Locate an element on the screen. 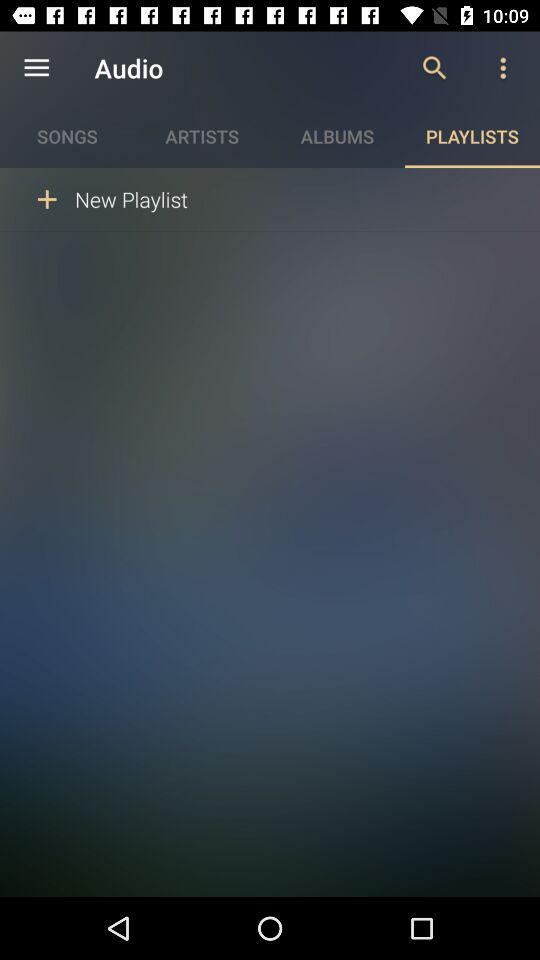  item above the songs is located at coordinates (36, 68).